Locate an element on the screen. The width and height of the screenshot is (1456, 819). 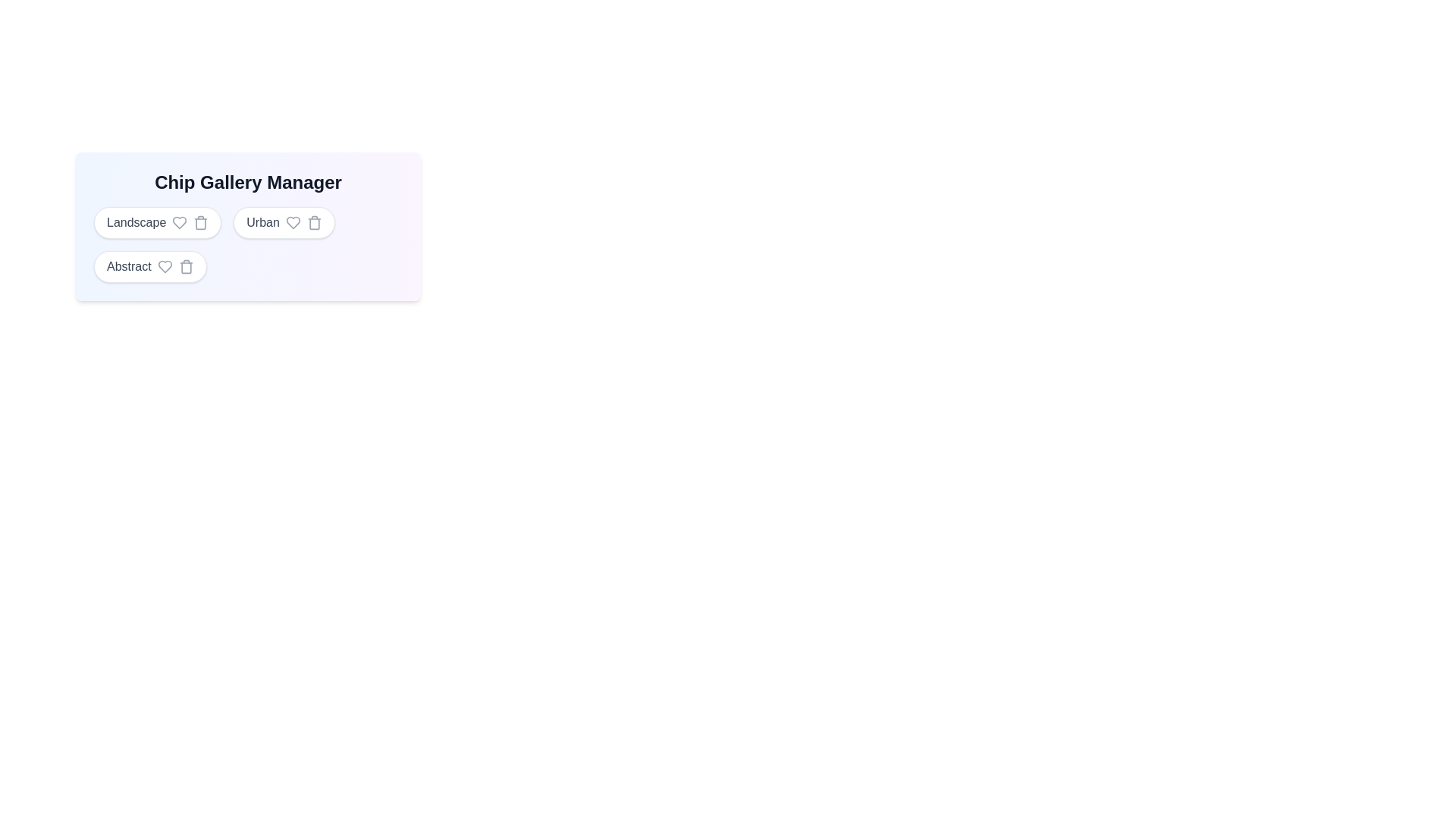
the trash icon next to the chip labeled Abstract is located at coordinates (185, 265).